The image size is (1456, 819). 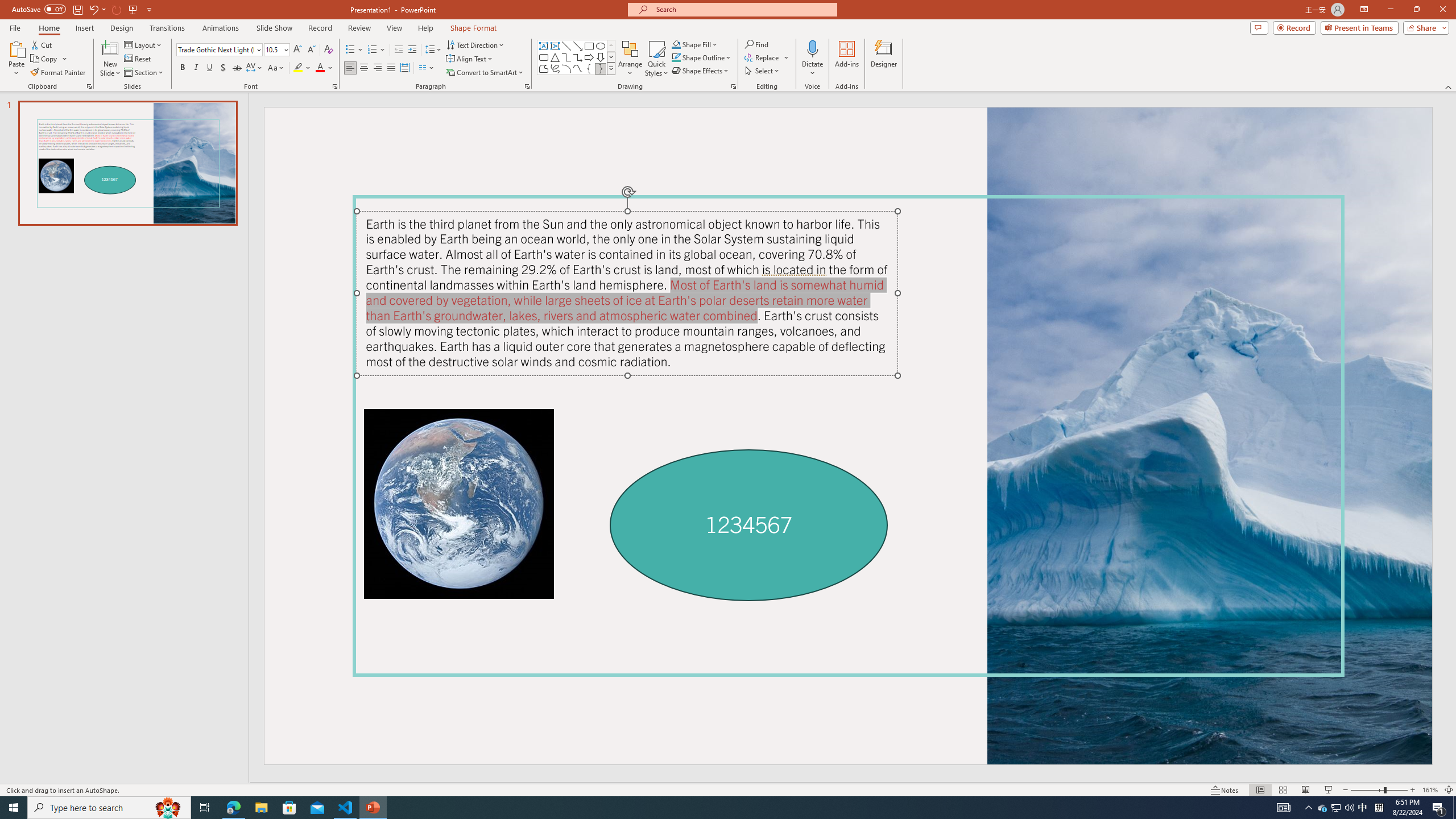 I want to click on 'Justify', so click(x=390, y=67).